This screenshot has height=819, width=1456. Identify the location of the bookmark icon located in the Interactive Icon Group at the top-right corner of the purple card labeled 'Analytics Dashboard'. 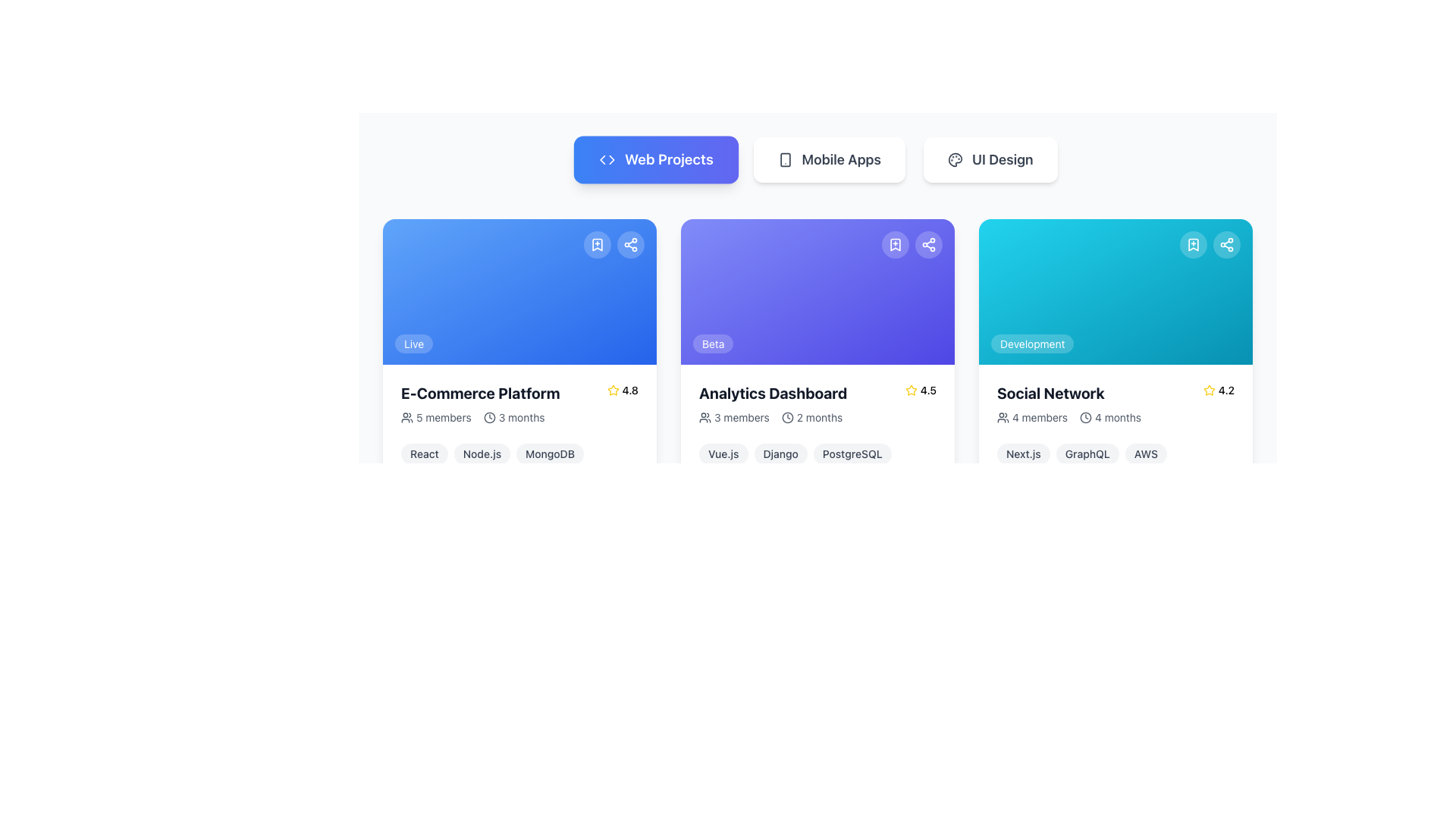
(912, 244).